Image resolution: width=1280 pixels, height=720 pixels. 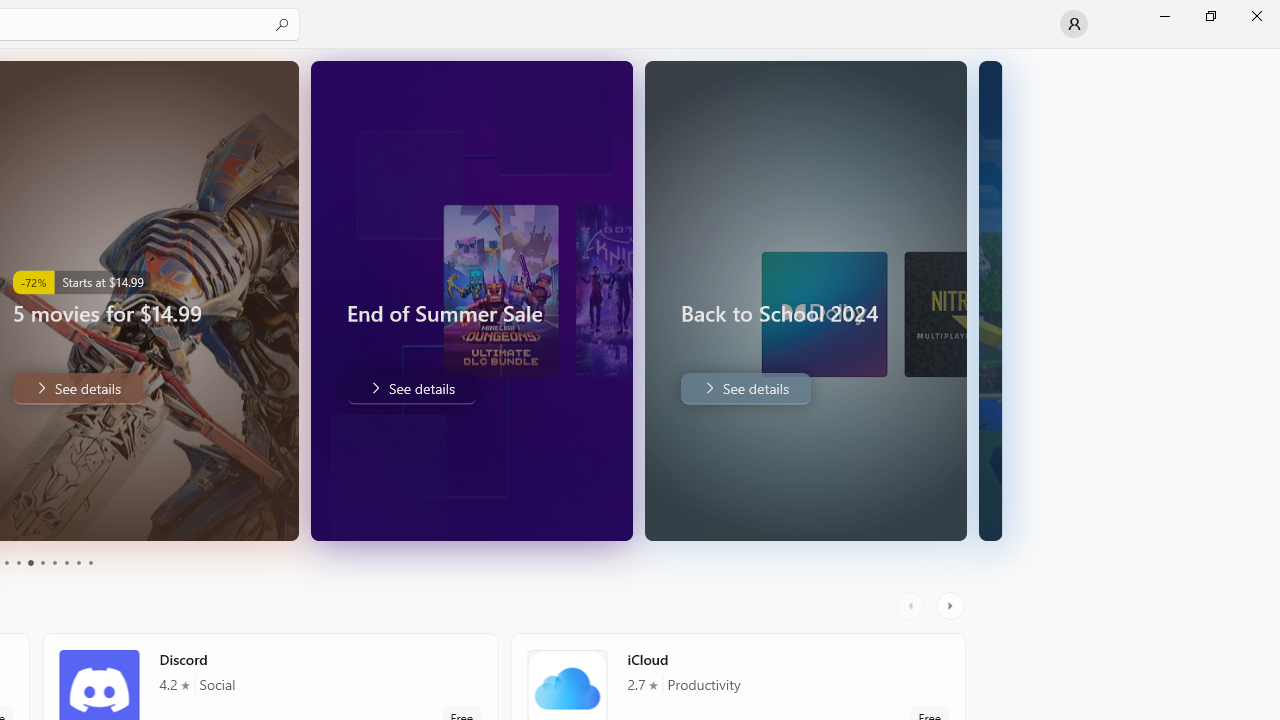 What do you see at coordinates (17, 563) in the screenshot?
I see `'Page 4'` at bounding box center [17, 563].